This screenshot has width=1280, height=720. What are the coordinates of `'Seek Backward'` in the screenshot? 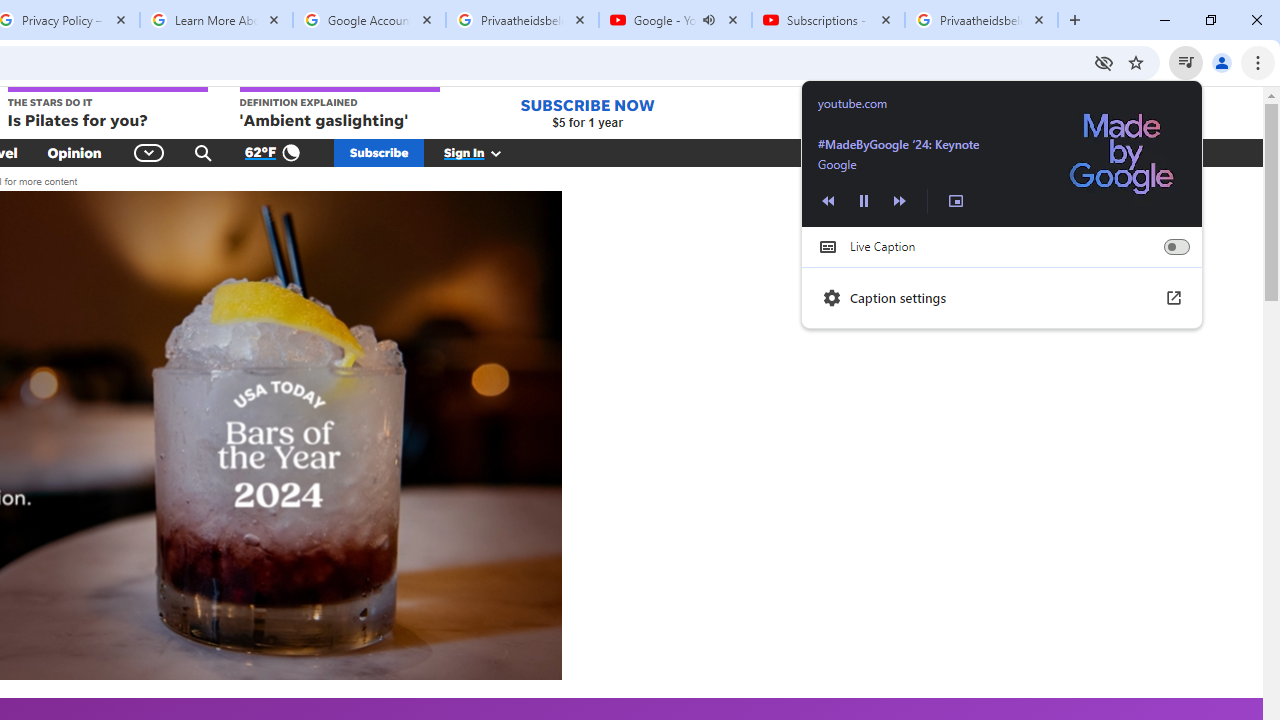 It's located at (828, 200).